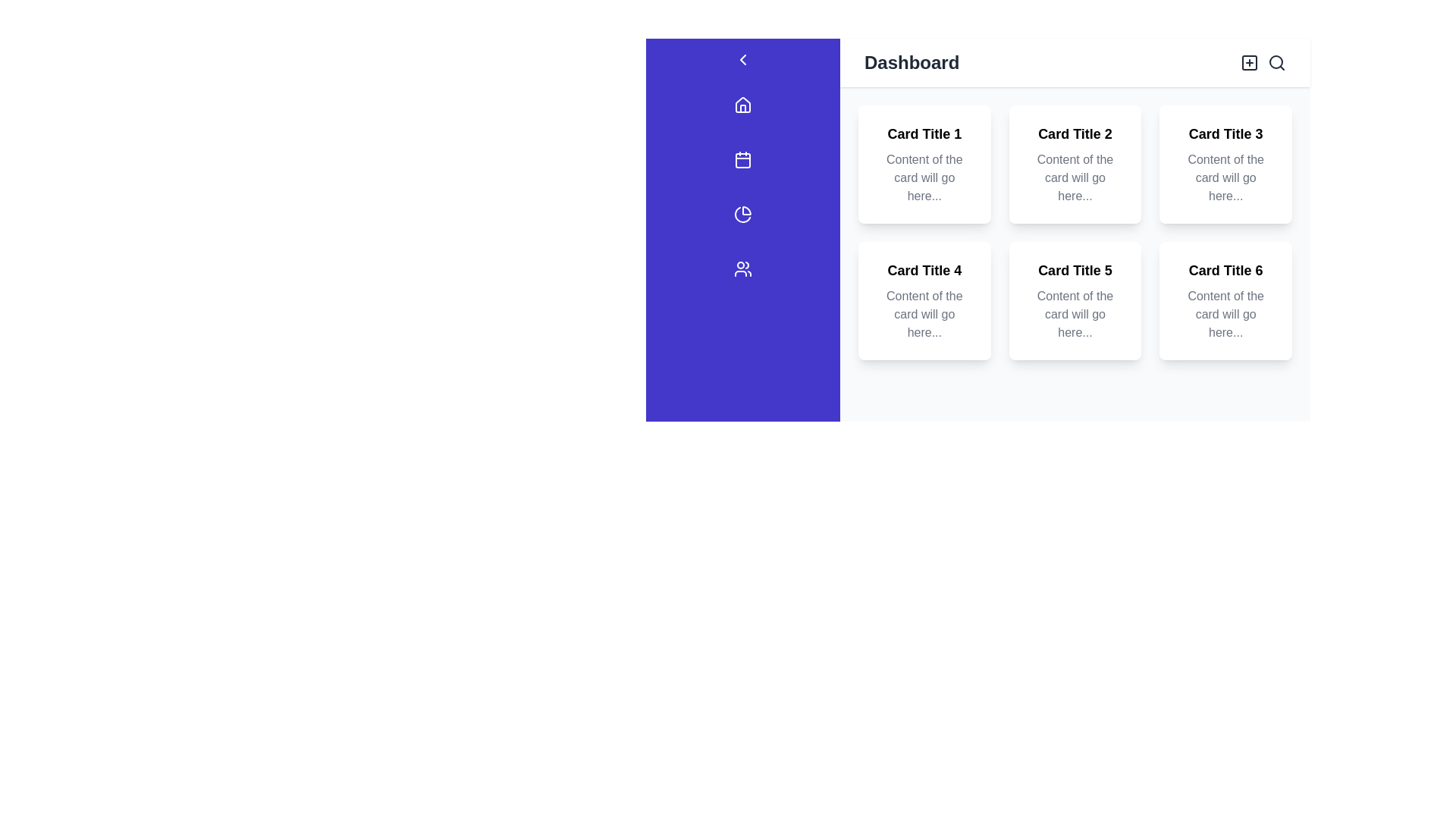  I want to click on the top segment of the pie-chart icon located in the left-hand vertical sidebar, which is the third item in the sequence of icons, so click(746, 210).